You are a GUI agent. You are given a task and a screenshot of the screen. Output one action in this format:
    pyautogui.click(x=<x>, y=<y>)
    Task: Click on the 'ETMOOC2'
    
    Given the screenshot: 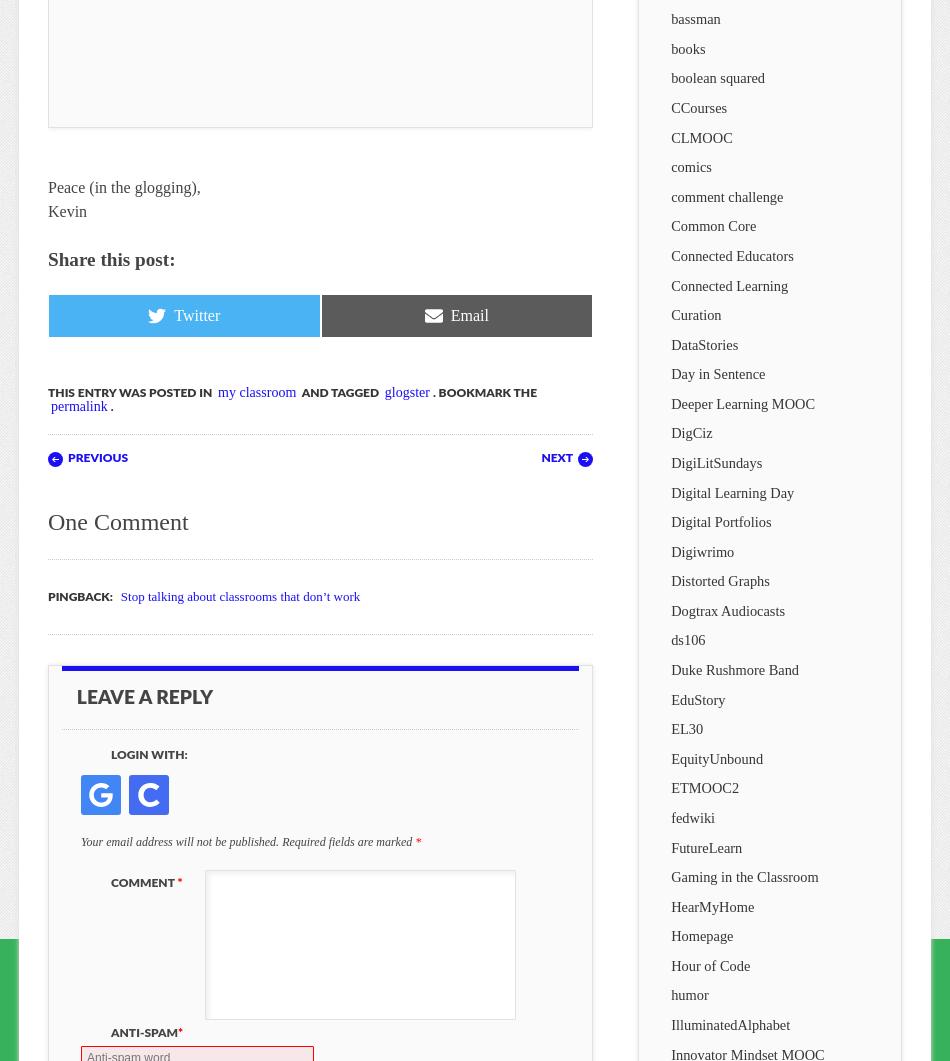 What is the action you would take?
    pyautogui.click(x=704, y=788)
    